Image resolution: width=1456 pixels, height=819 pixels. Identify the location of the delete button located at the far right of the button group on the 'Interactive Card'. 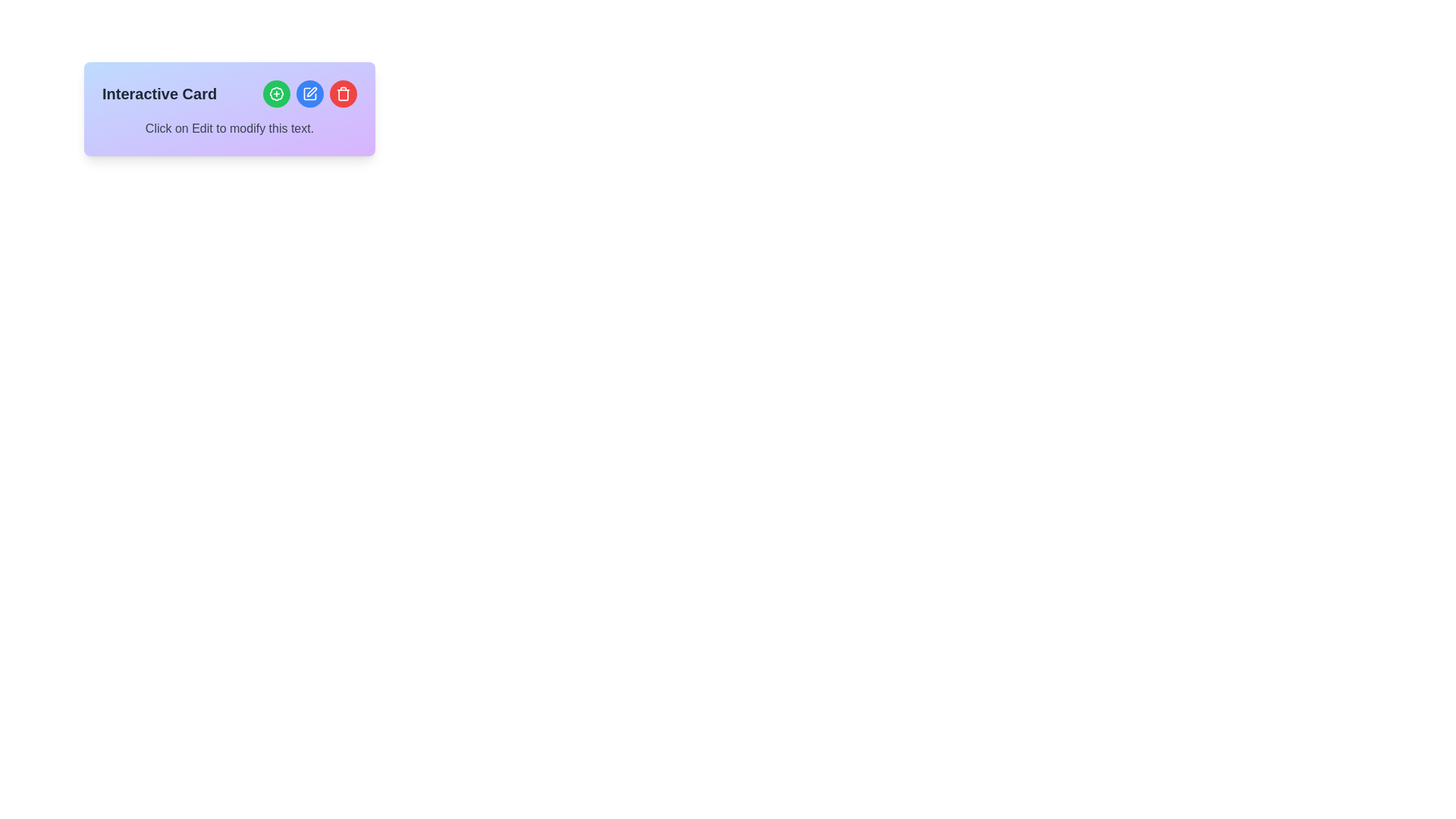
(342, 93).